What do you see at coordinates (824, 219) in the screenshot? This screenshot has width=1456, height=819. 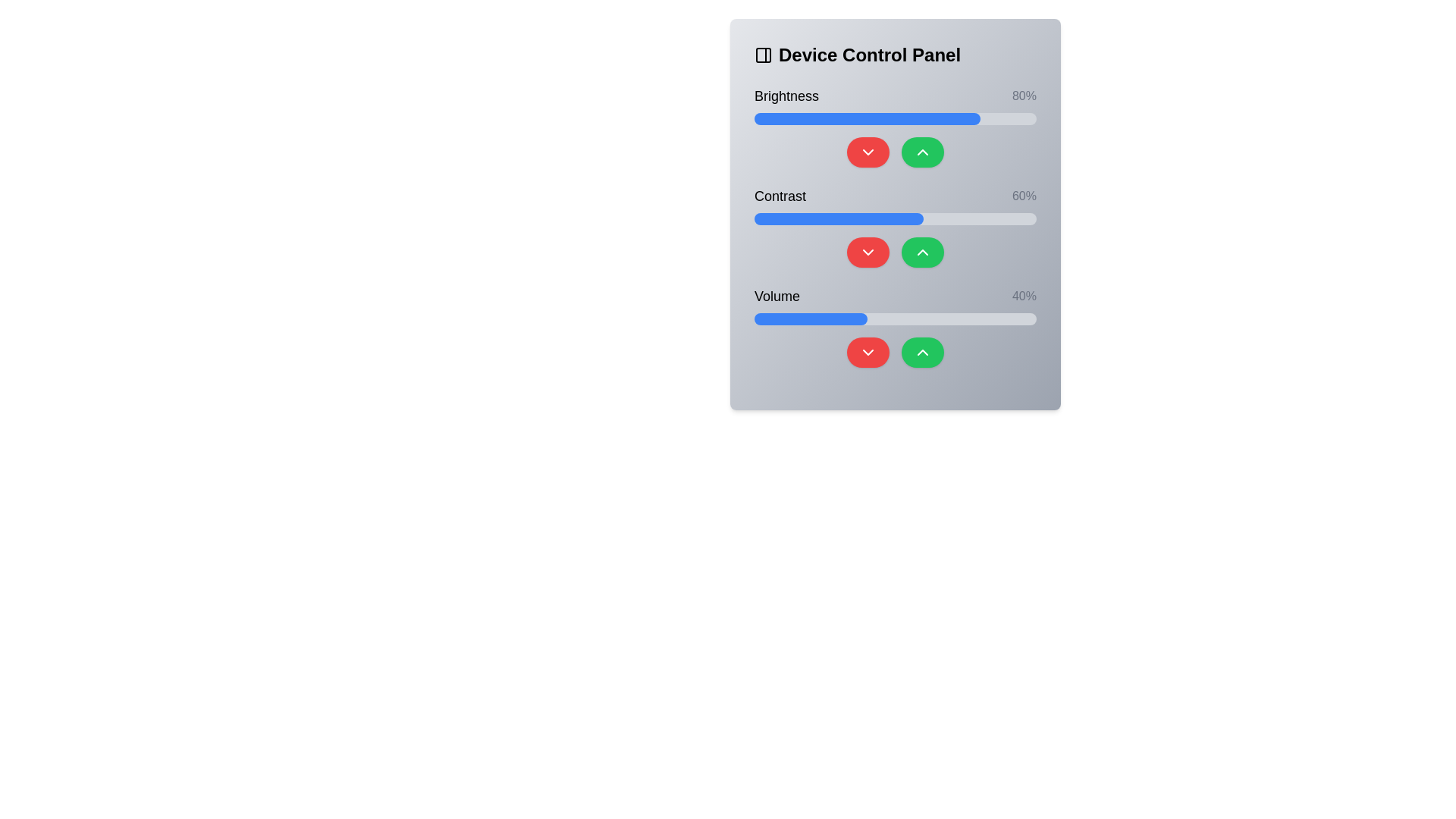 I see `the contrast level` at bounding box center [824, 219].